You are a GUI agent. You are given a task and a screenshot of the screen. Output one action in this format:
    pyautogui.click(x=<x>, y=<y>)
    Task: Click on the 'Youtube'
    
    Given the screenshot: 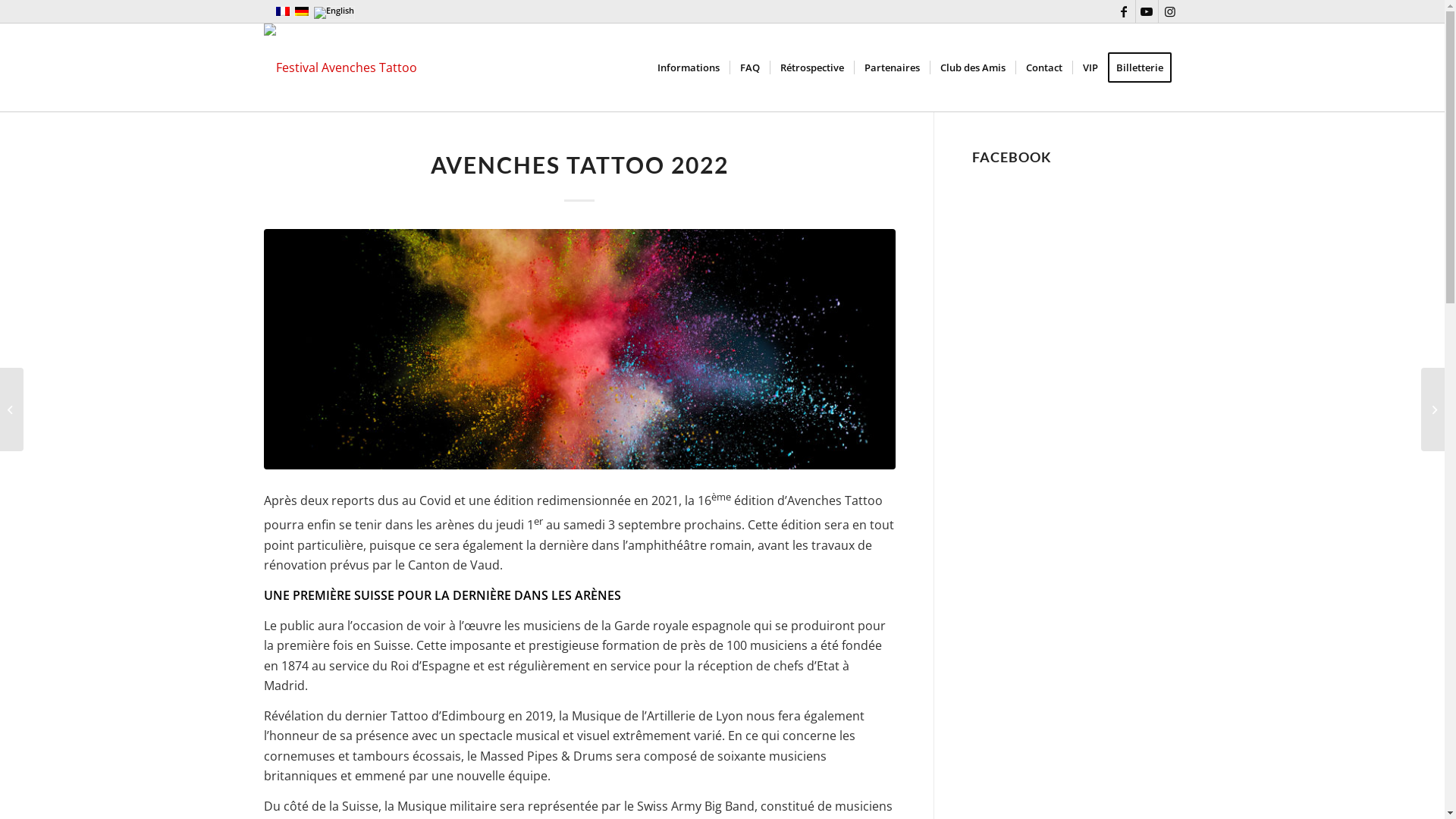 What is the action you would take?
    pyautogui.click(x=1147, y=11)
    